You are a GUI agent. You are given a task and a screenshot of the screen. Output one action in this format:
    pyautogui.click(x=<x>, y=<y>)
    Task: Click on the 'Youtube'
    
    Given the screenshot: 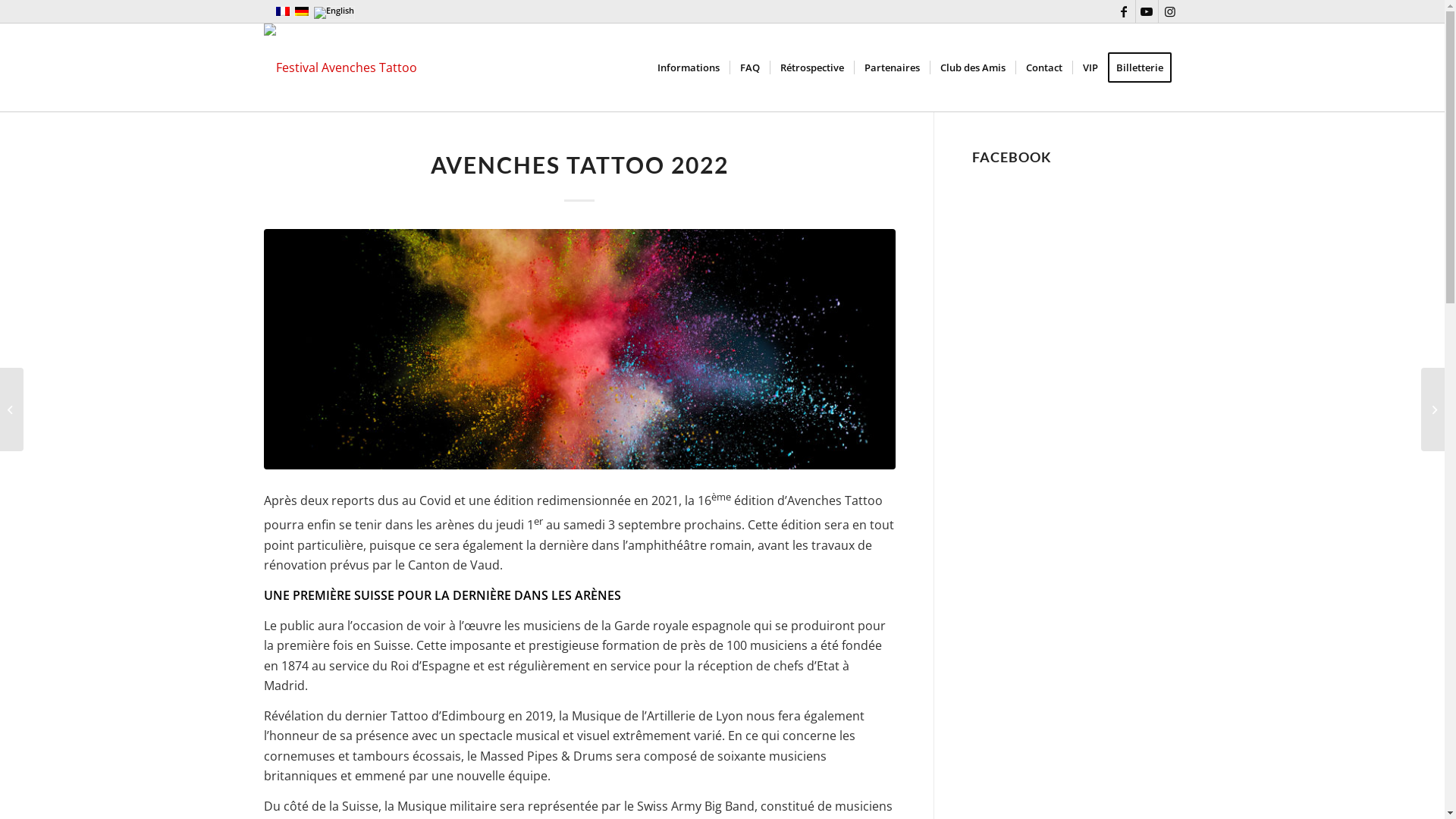 What is the action you would take?
    pyautogui.click(x=1147, y=11)
    